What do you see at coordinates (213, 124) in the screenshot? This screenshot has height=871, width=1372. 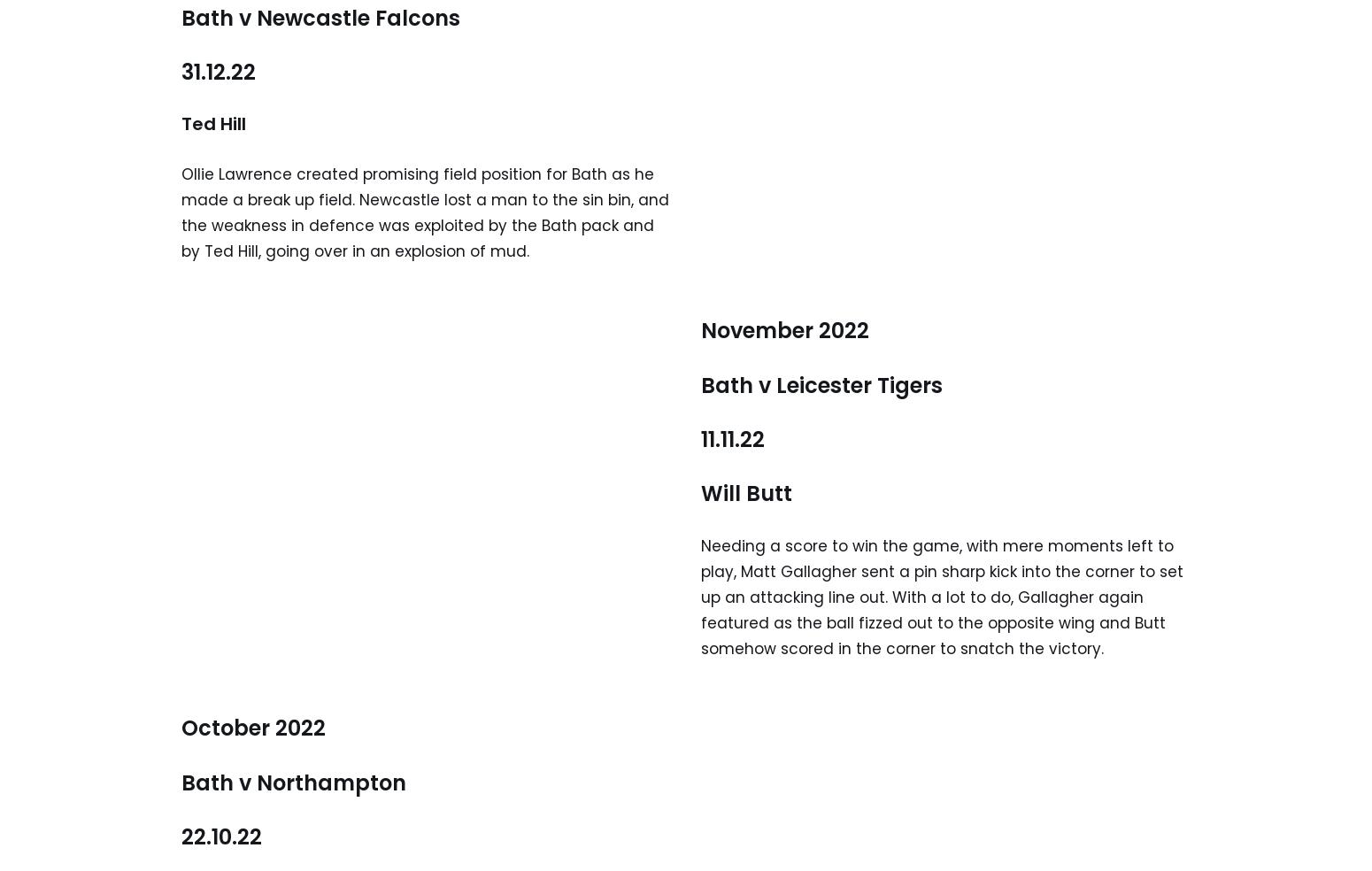 I see `'Ted Hill'` at bounding box center [213, 124].